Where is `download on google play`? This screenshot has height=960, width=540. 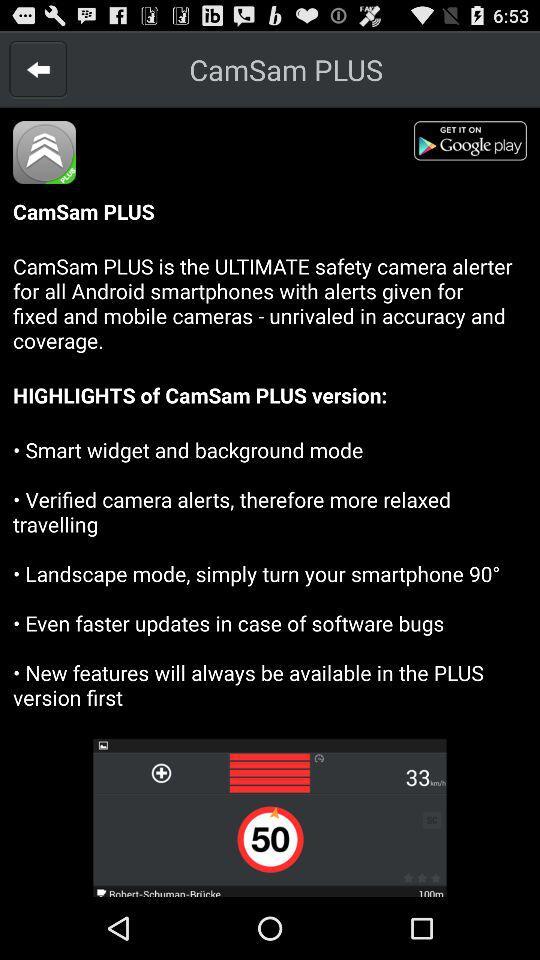
download on google play is located at coordinates (475, 143).